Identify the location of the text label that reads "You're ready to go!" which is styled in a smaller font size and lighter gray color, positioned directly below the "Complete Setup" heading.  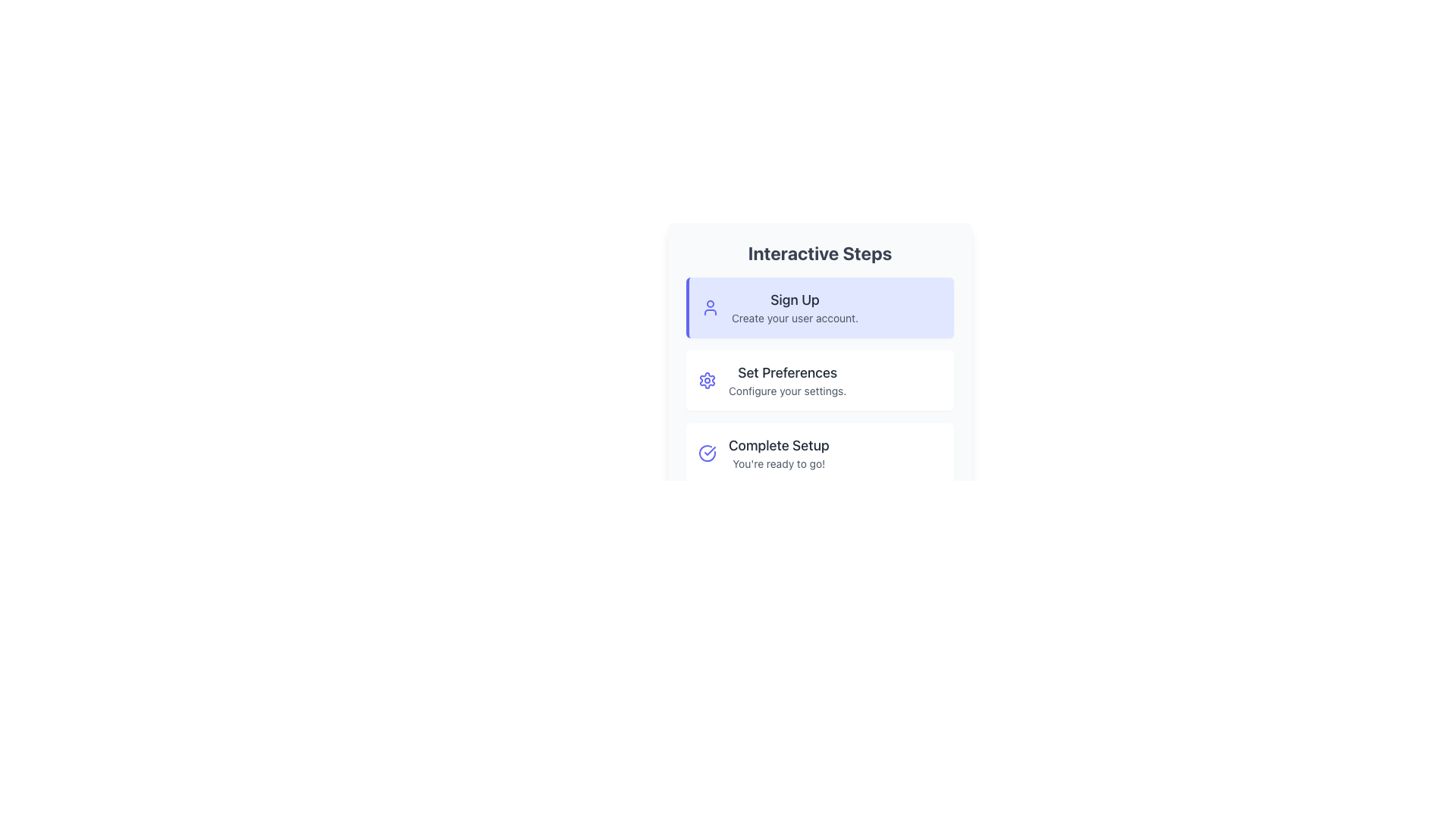
(779, 463).